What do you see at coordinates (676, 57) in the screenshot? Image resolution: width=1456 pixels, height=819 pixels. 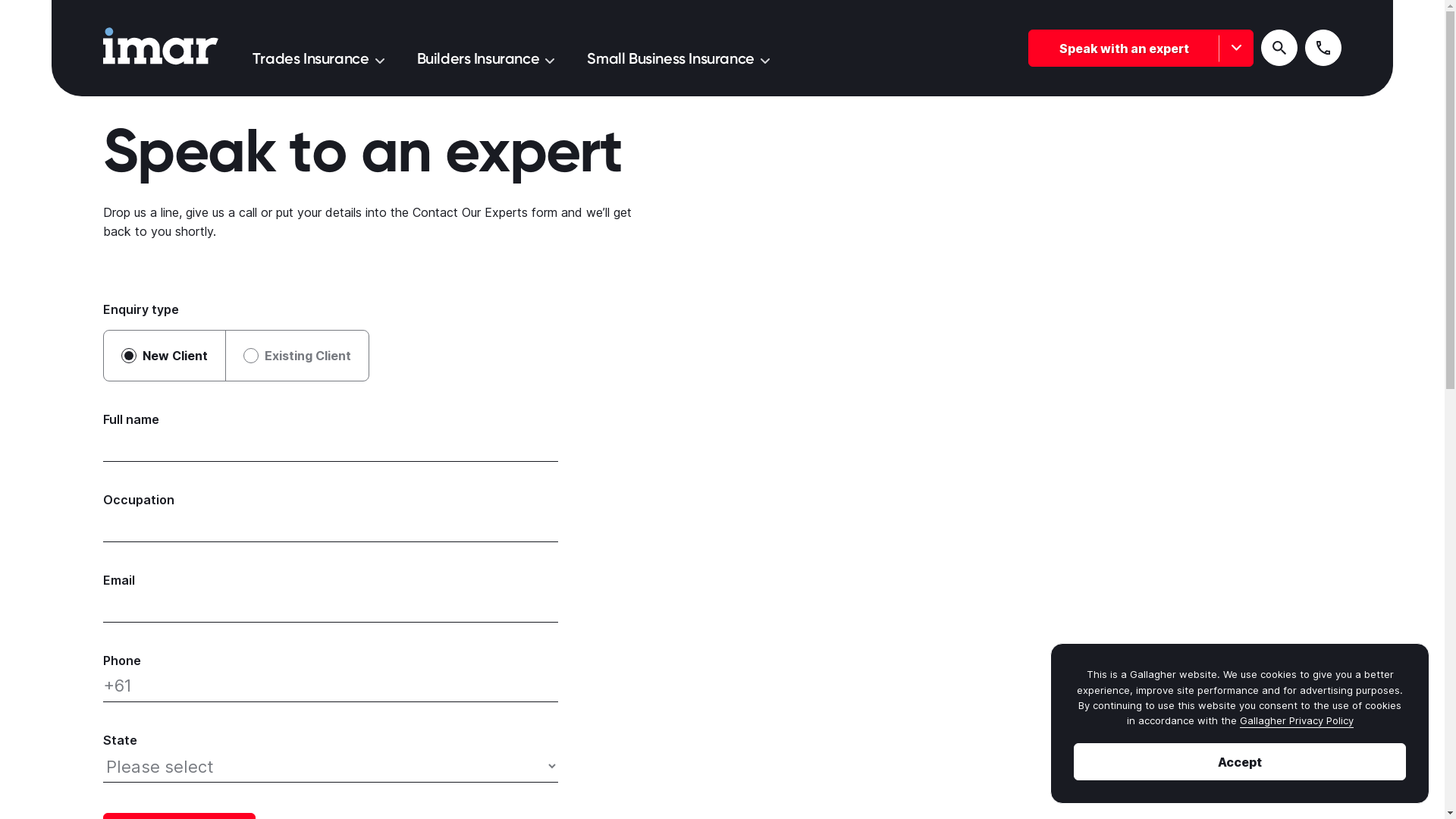 I see `'Small Business Insurance'` at bounding box center [676, 57].